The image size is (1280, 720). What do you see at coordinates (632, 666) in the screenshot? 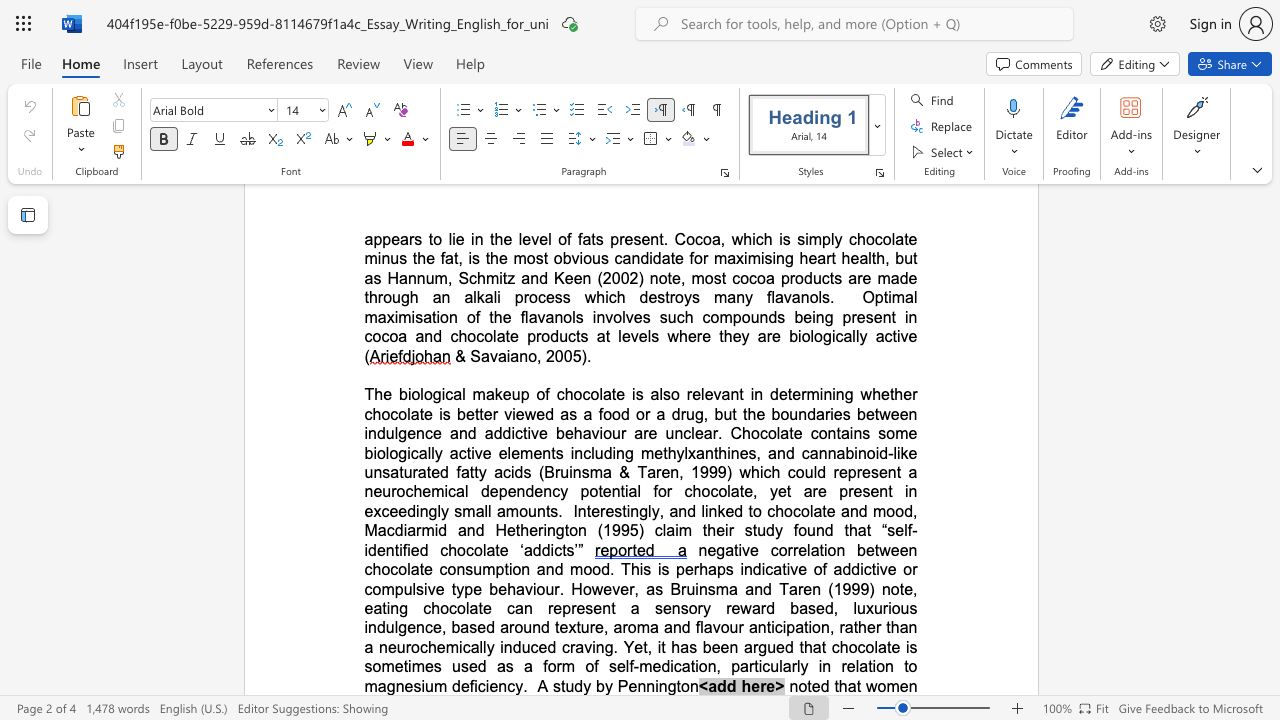
I see `the subset text "-medication, particularly in relation to magnesium defi" within the text "is sometimes used as a form of self-medication, particularly in relation to magnesium deficiency"` at bounding box center [632, 666].